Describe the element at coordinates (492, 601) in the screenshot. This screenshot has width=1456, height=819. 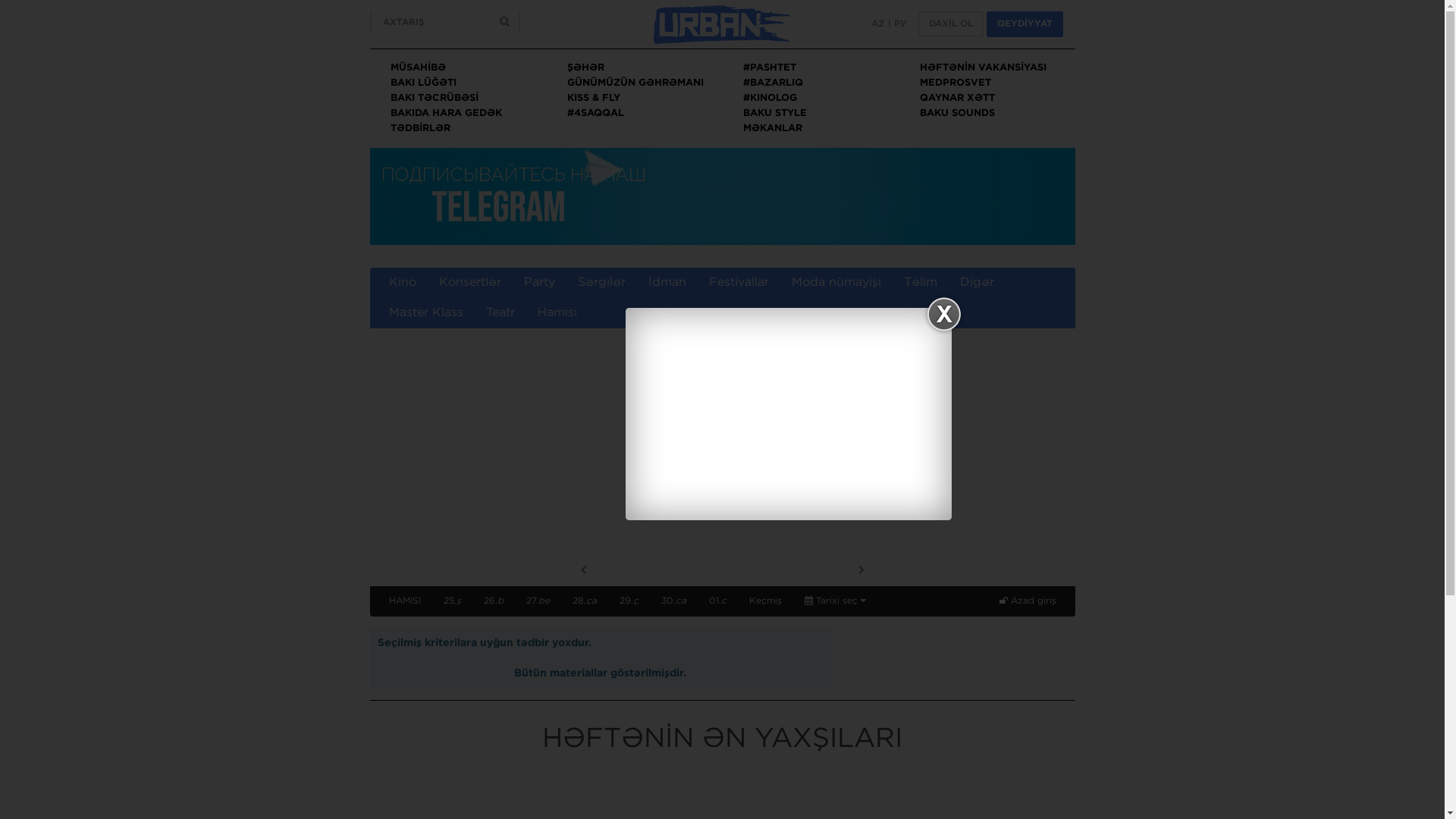
I see `'26.b'` at that location.